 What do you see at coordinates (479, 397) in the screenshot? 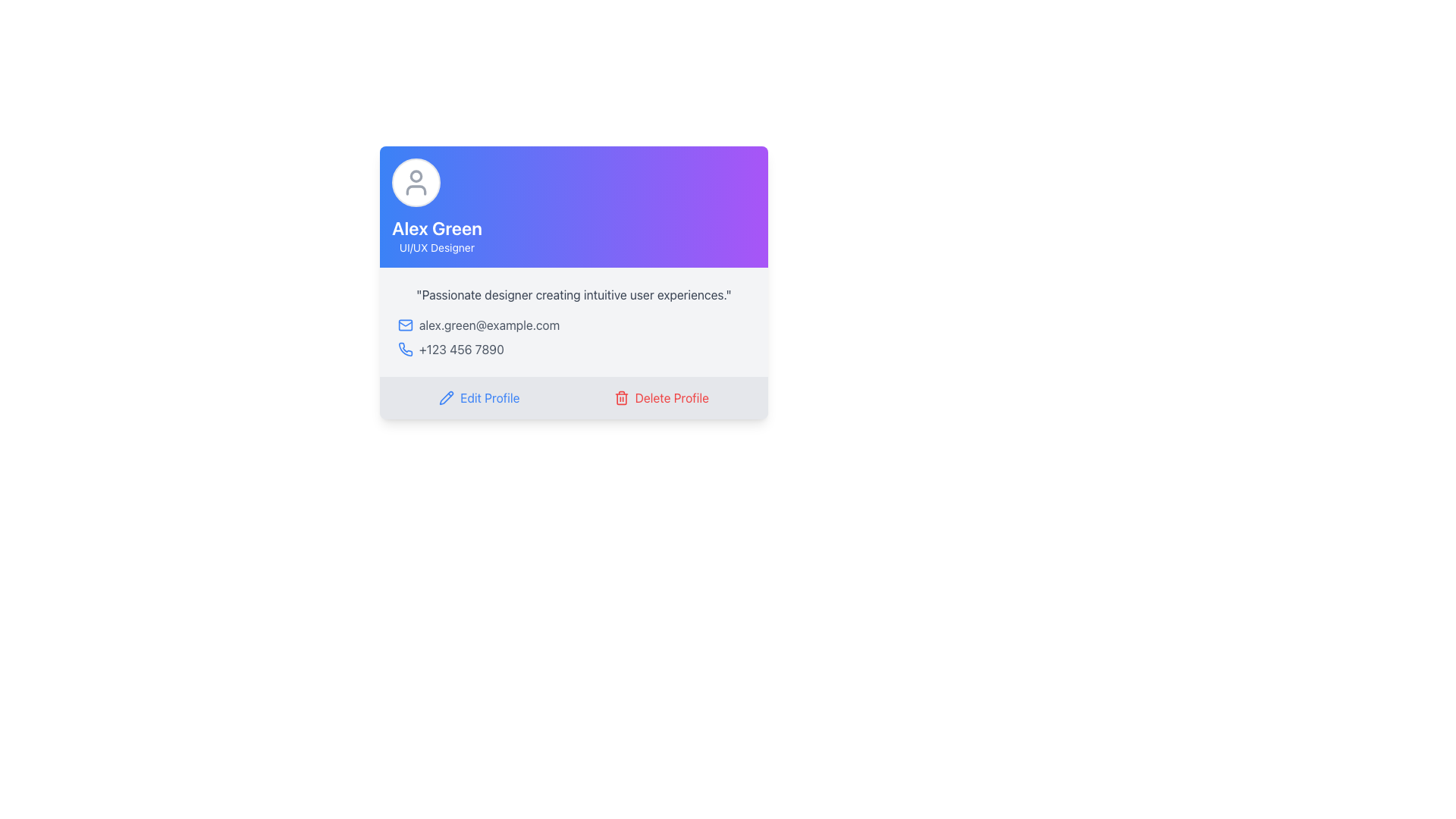
I see `the 'Edit Profile' button, which features a pencil icon and blue text, located at the bottom of the profile card` at bounding box center [479, 397].